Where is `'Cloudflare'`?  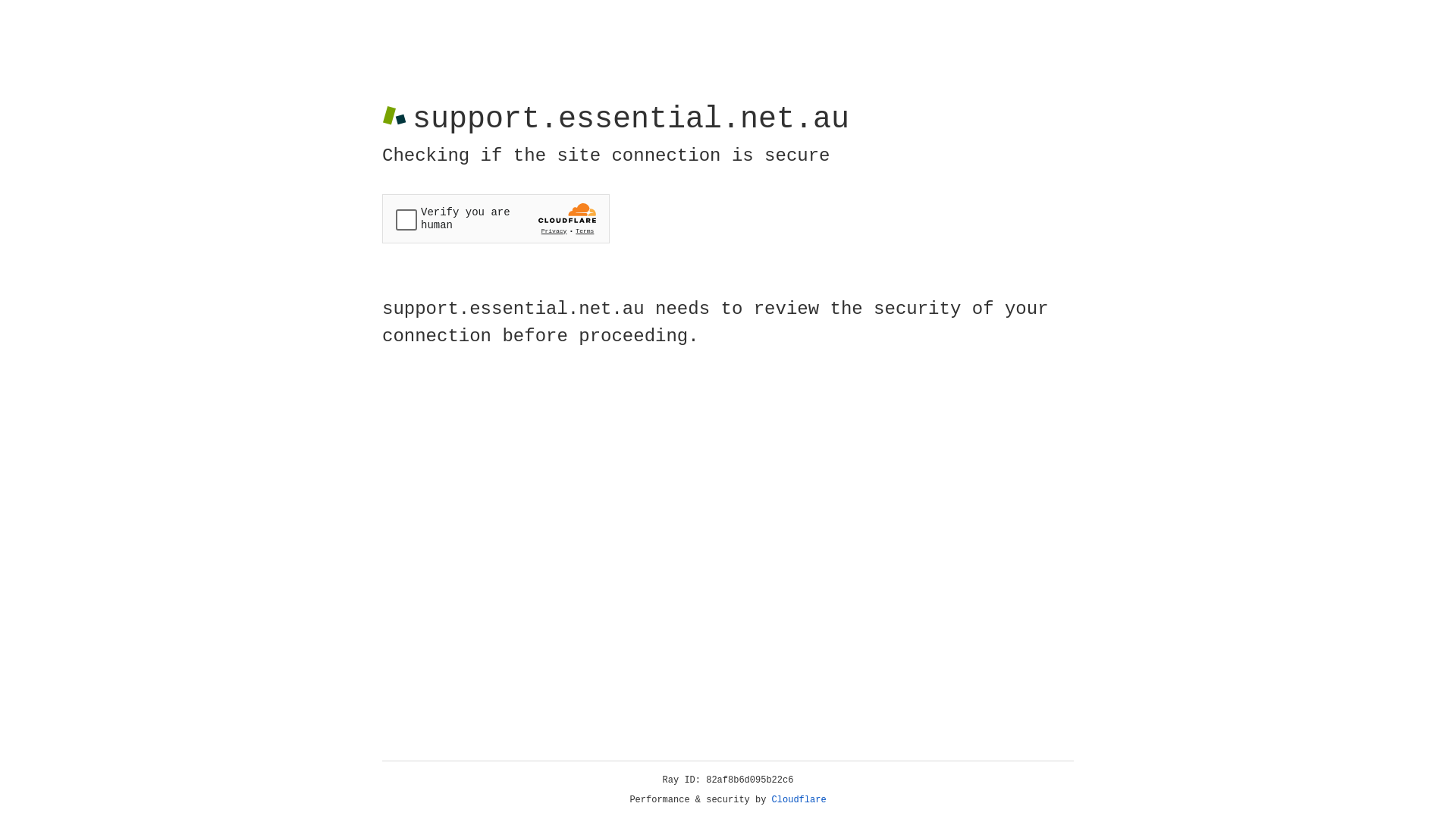 'Cloudflare' is located at coordinates (799, 799).